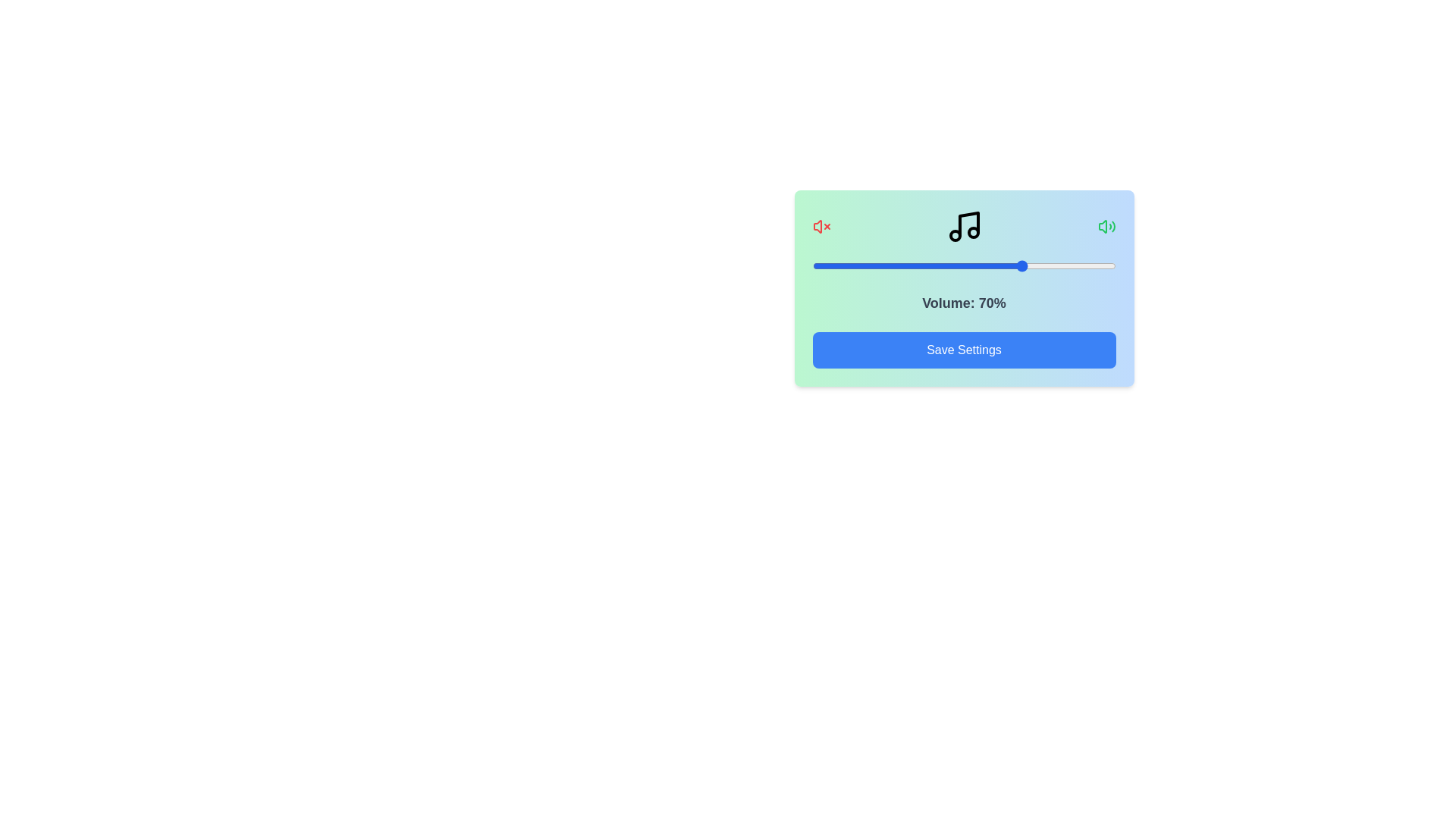  I want to click on the 'Save Settings' button to save the volume level, so click(963, 350).